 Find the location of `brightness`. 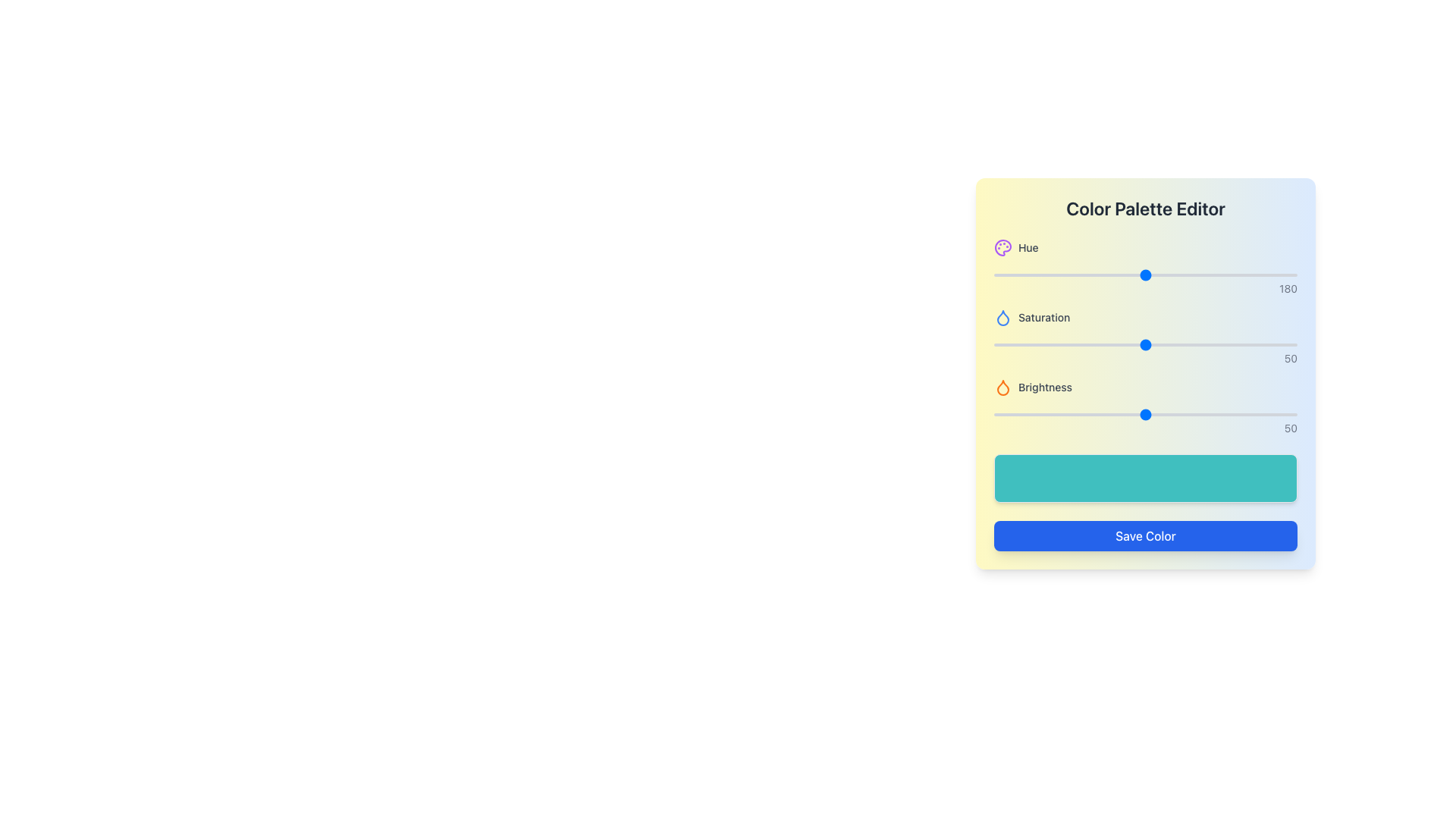

brightness is located at coordinates (1084, 415).